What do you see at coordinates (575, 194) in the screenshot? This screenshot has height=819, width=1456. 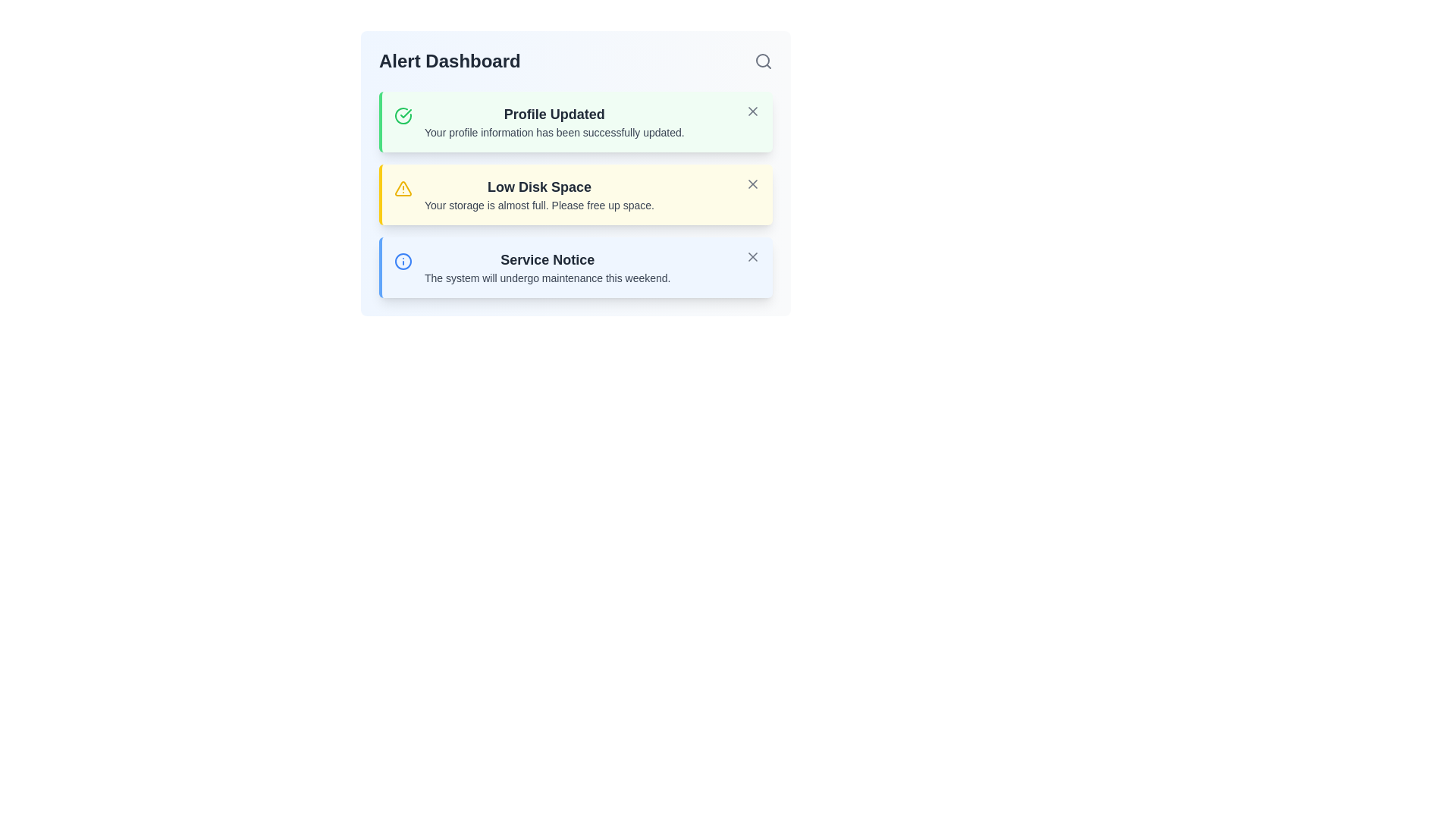 I see `the 'Low Disk Space' notification alert, which has a light yellow background and contains a warning icon and a close button marked with an 'X'` at bounding box center [575, 194].